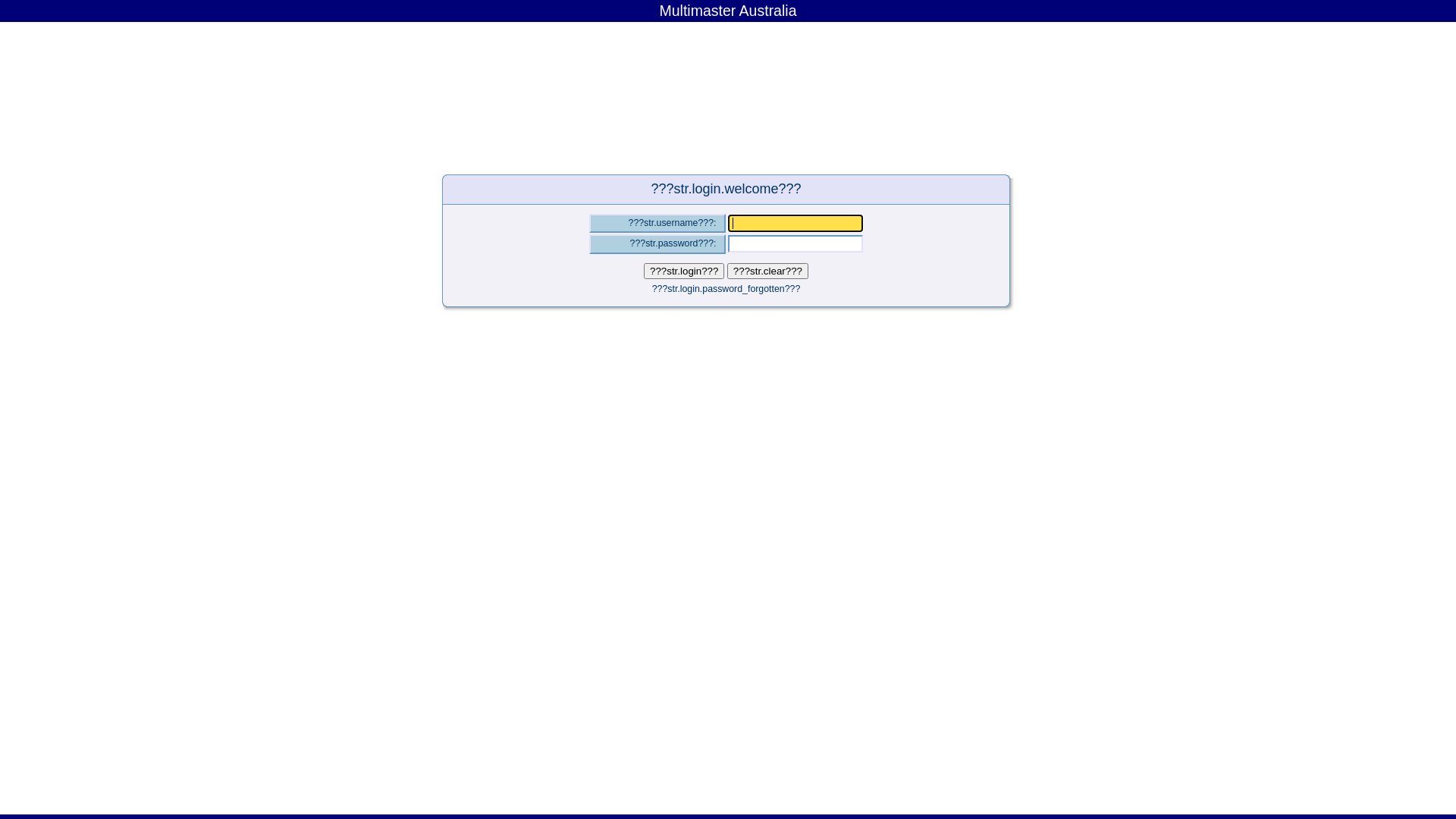 The width and height of the screenshot is (1456, 819). What do you see at coordinates (683, 269) in the screenshot?
I see `'???str.login???'` at bounding box center [683, 269].